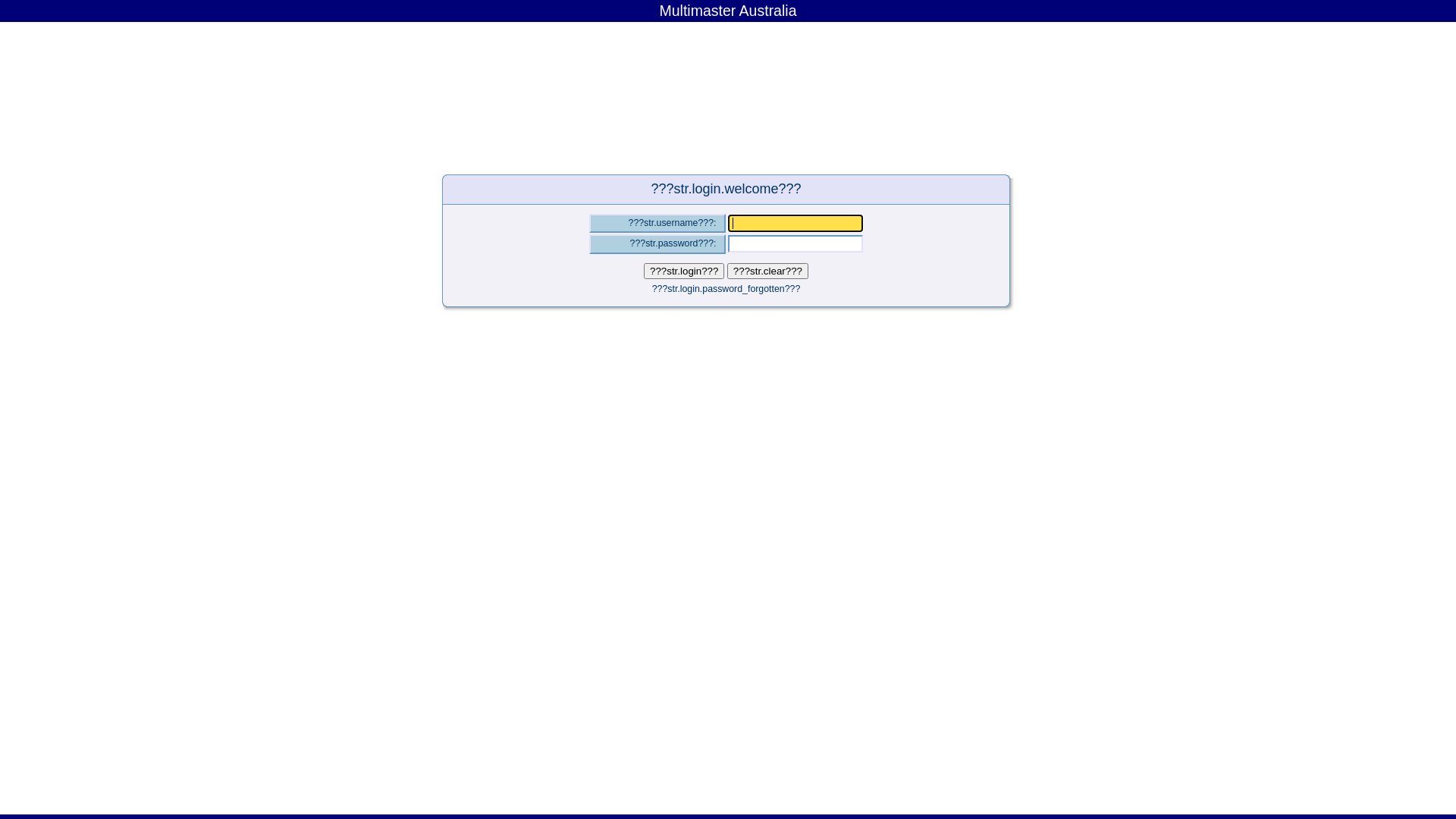 The width and height of the screenshot is (1456, 819). What do you see at coordinates (683, 269) in the screenshot?
I see `'???str.login???'` at bounding box center [683, 269].